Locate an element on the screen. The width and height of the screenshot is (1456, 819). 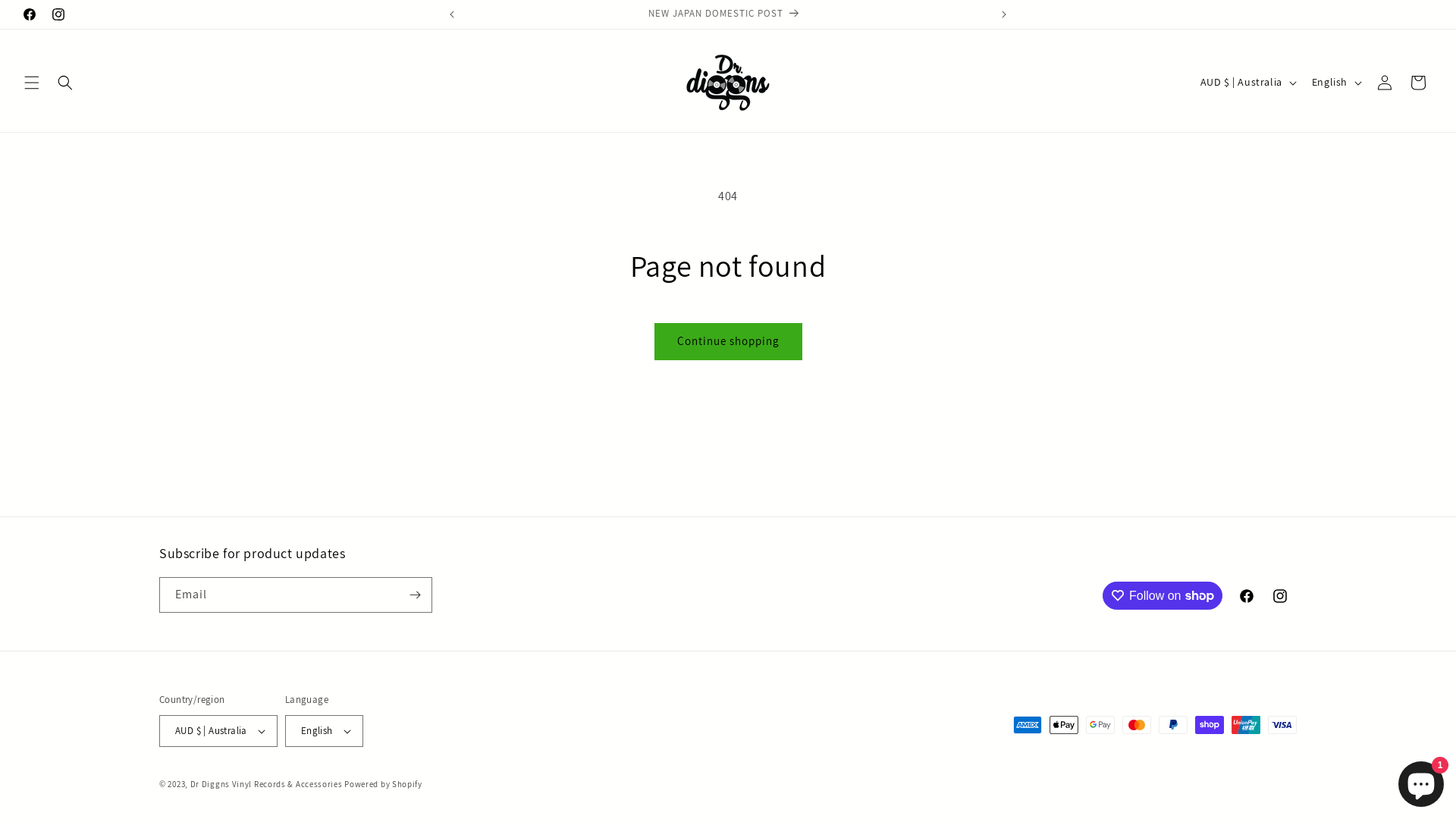
'Shopify online store chat' is located at coordinates (1394, 780).